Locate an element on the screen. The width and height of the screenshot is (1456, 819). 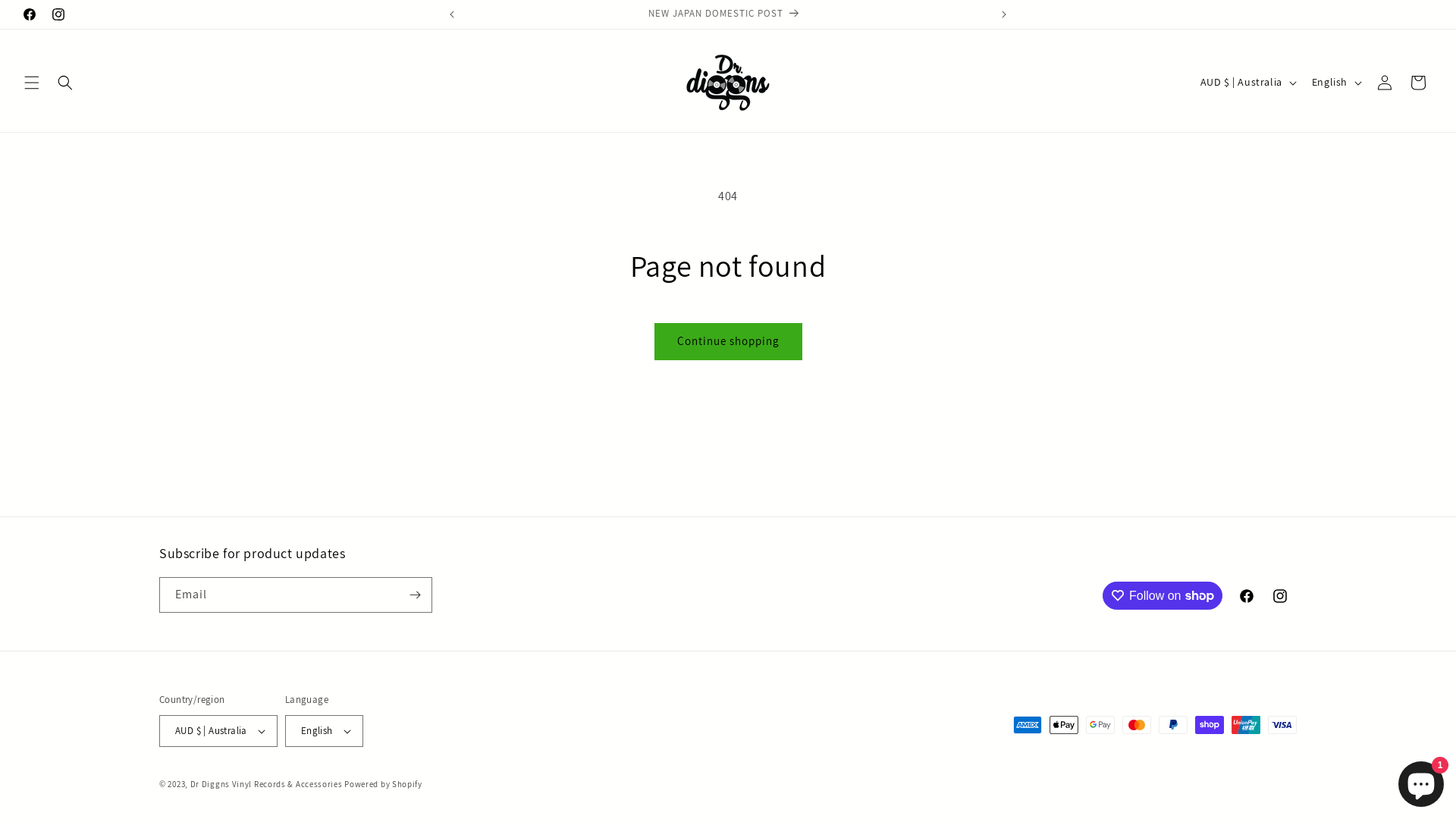
'Shopify online store chat' is located at coordinates (1394, 780).